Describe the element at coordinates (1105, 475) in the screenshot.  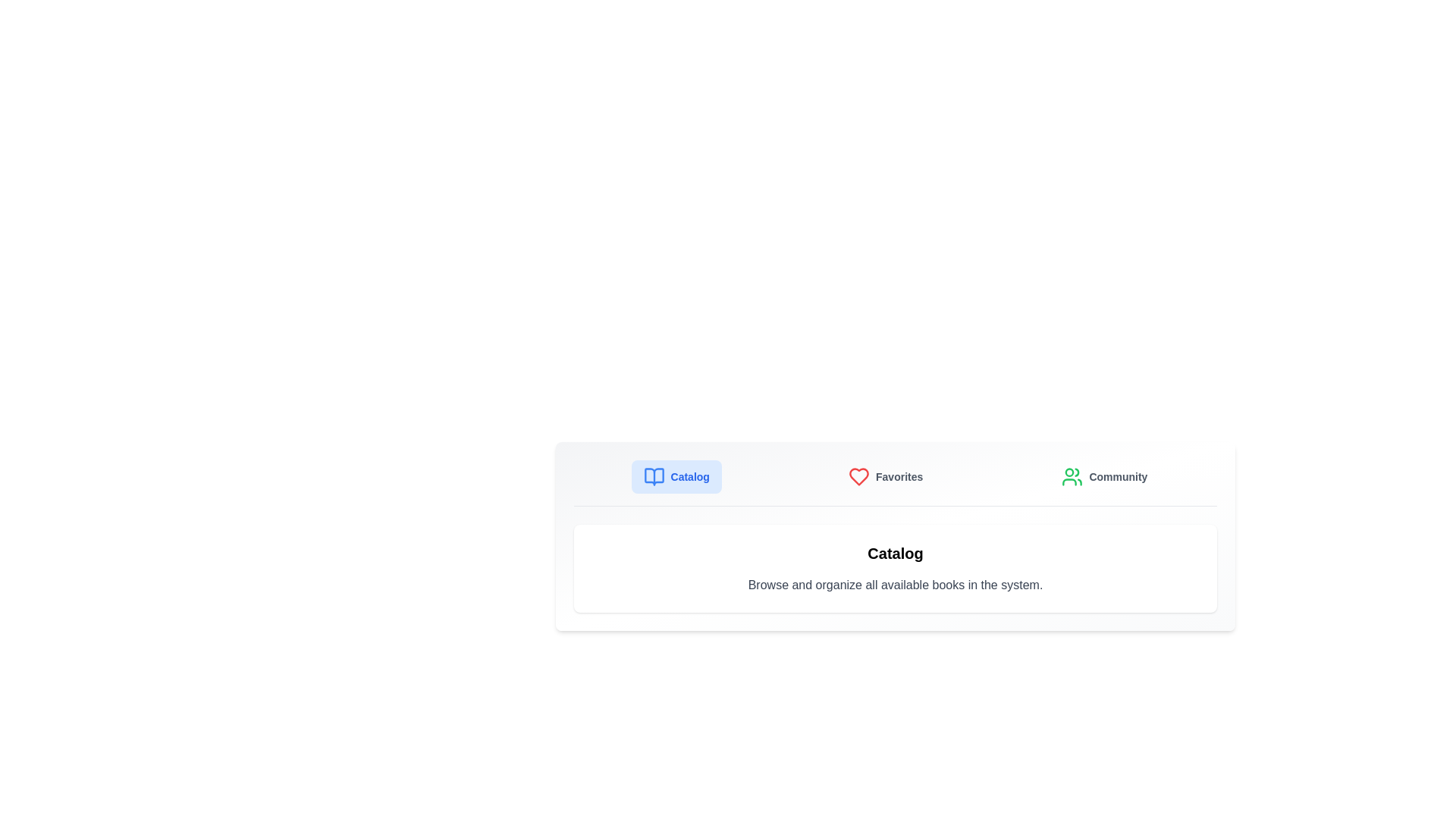
I see `the Community tab by clicking on its button` at that location.